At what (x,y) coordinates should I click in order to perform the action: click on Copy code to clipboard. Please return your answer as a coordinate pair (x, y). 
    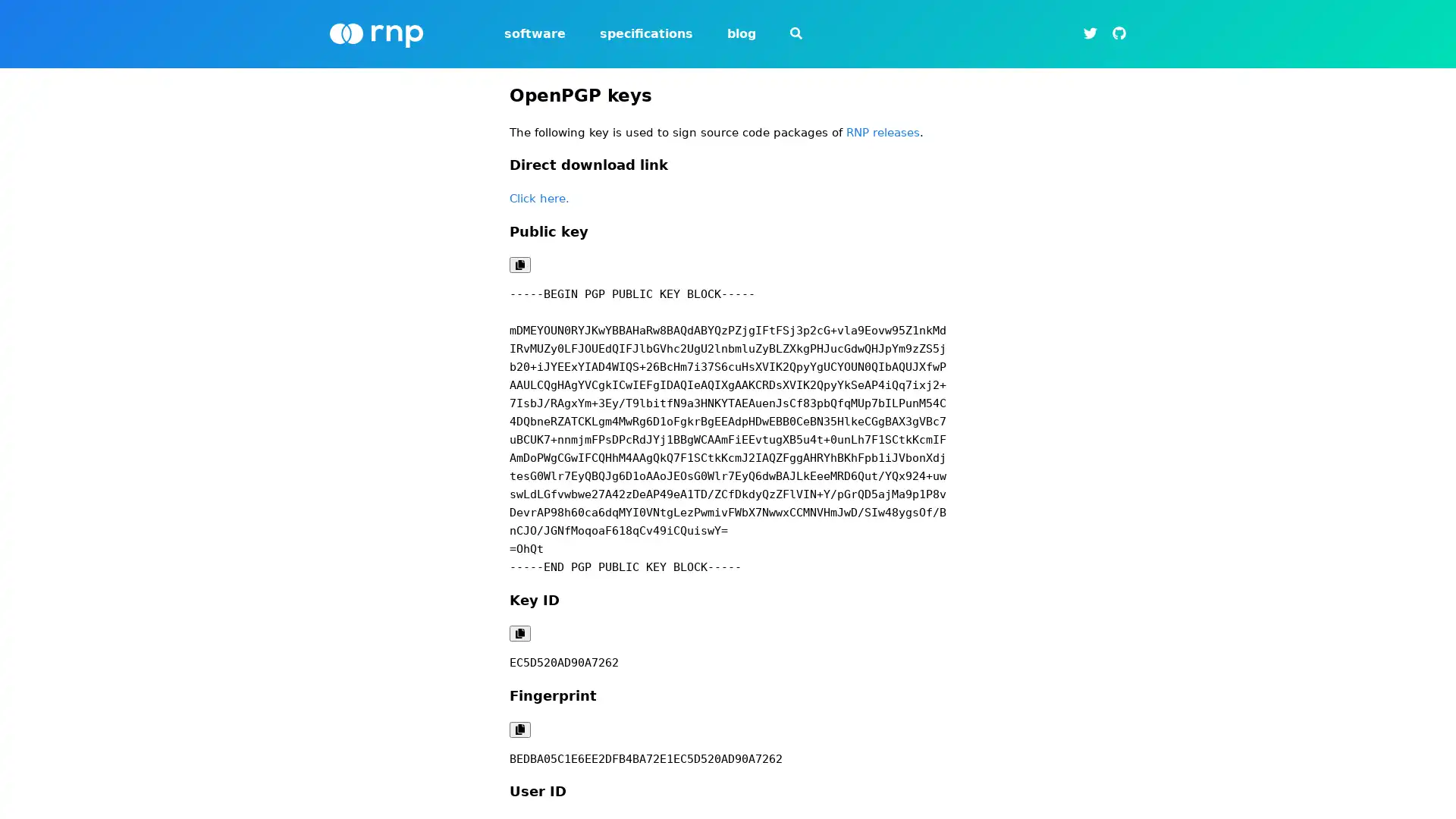
    Looking at the image, I should click on (519, 264).